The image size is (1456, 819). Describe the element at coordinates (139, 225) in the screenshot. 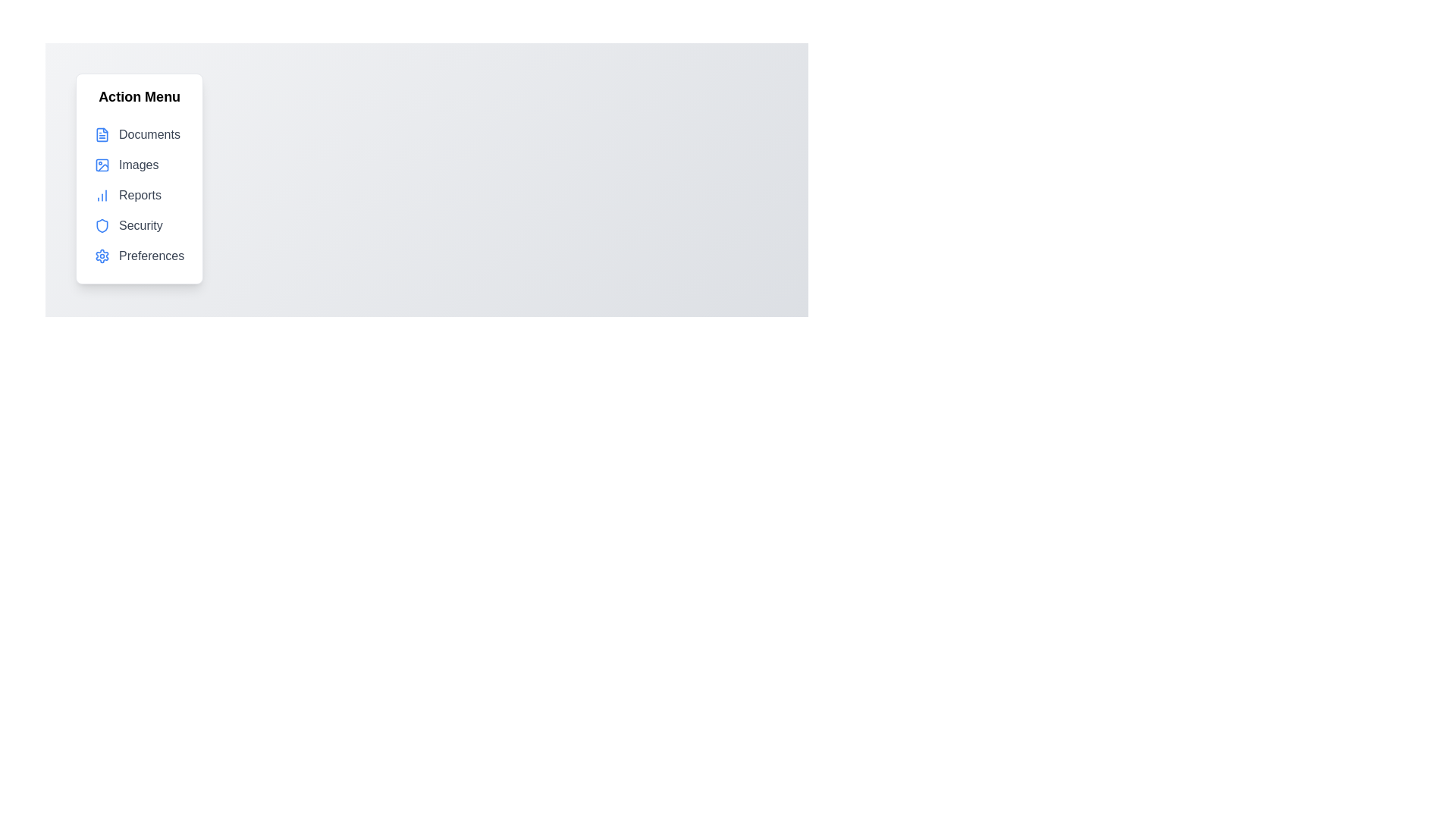

I see `the menu item labeled Security` at that location.